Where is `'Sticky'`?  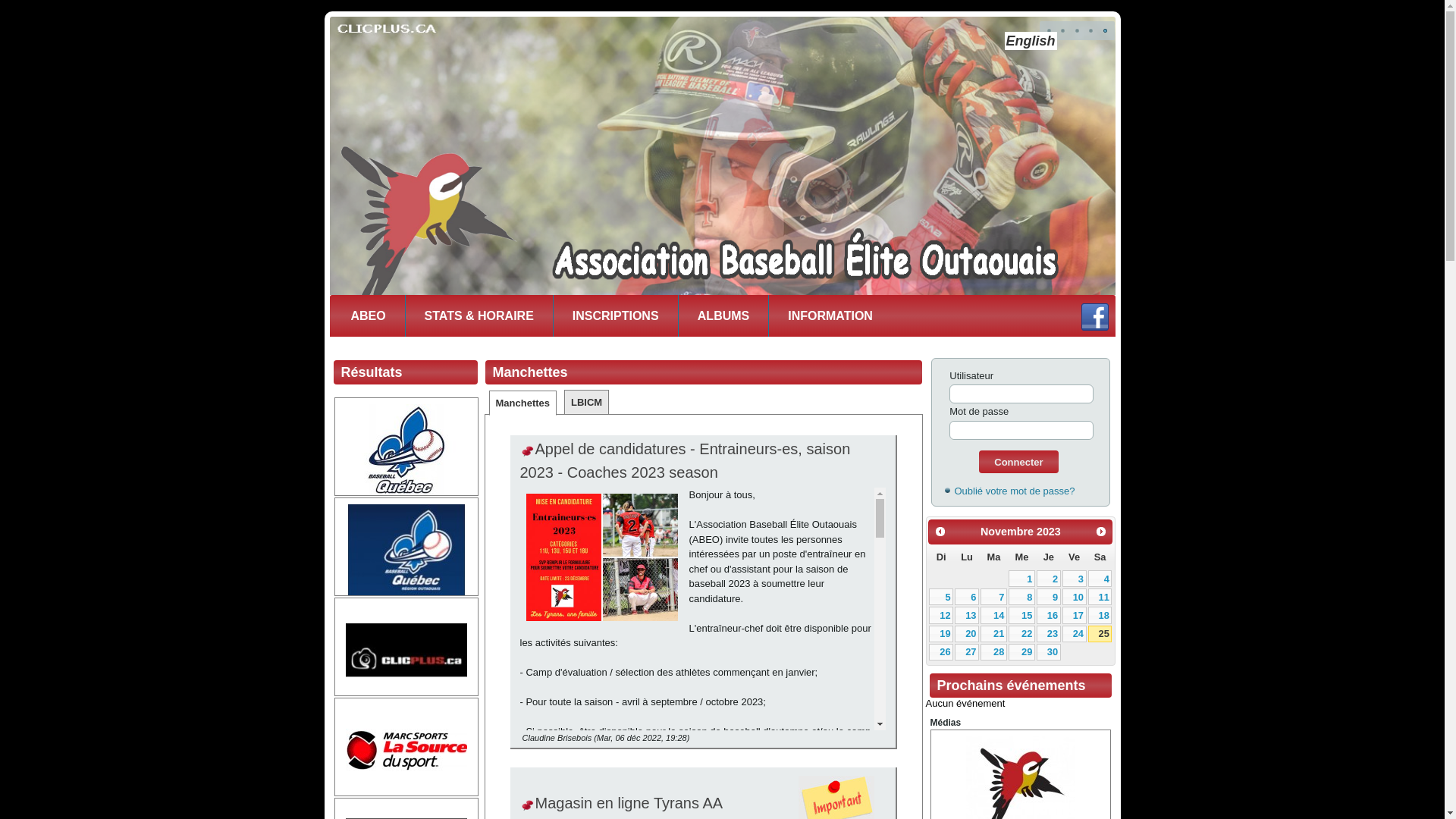
'Sticky' is located at coordinates (528, 805).